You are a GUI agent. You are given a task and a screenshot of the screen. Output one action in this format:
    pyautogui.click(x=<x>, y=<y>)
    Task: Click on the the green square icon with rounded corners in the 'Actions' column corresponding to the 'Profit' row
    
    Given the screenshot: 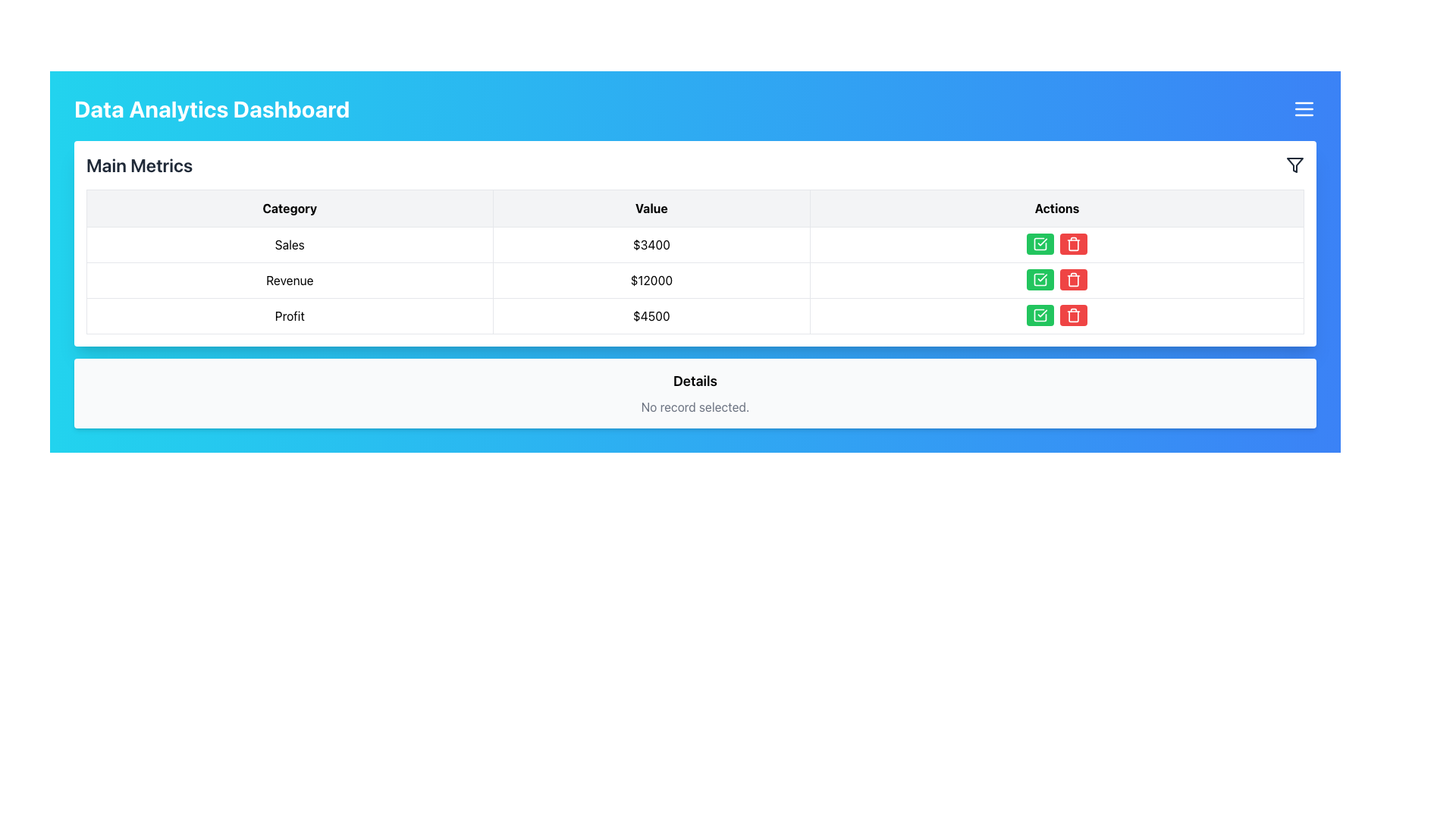 What is the action you would take?
    pyautogui.click(x=1040, y=315)
    